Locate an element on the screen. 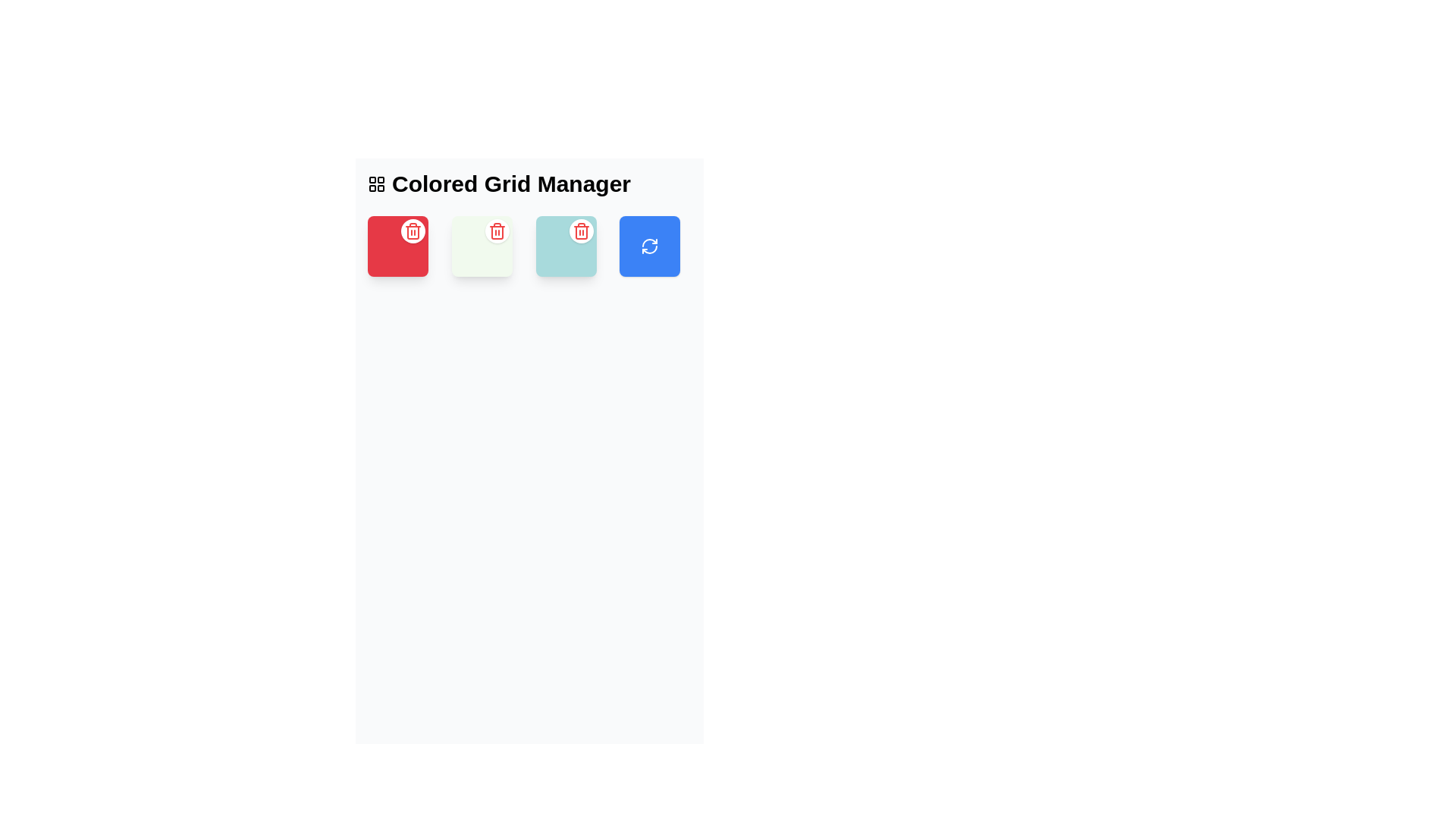 This screenshot has height=819, width=1456. the textual header 'Colored Grid Manager', which is bold and large, located near the top of the interface, centered horizontally above a grid of colored square items is located at coordinates (529, 184).